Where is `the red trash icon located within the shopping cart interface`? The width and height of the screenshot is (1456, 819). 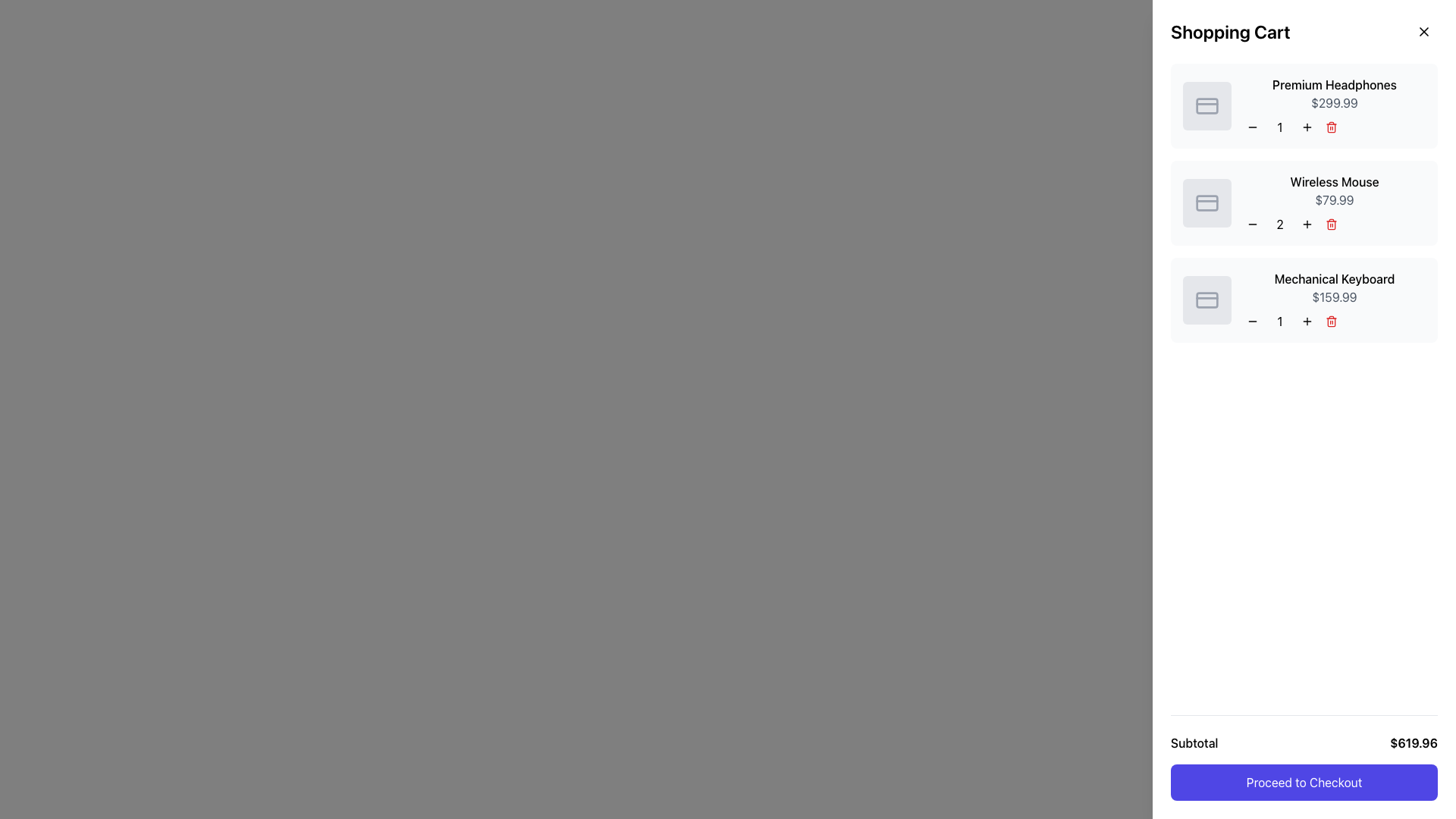
the red trash icon located within the shopping cart interface is located at coordinates (1335, 321).